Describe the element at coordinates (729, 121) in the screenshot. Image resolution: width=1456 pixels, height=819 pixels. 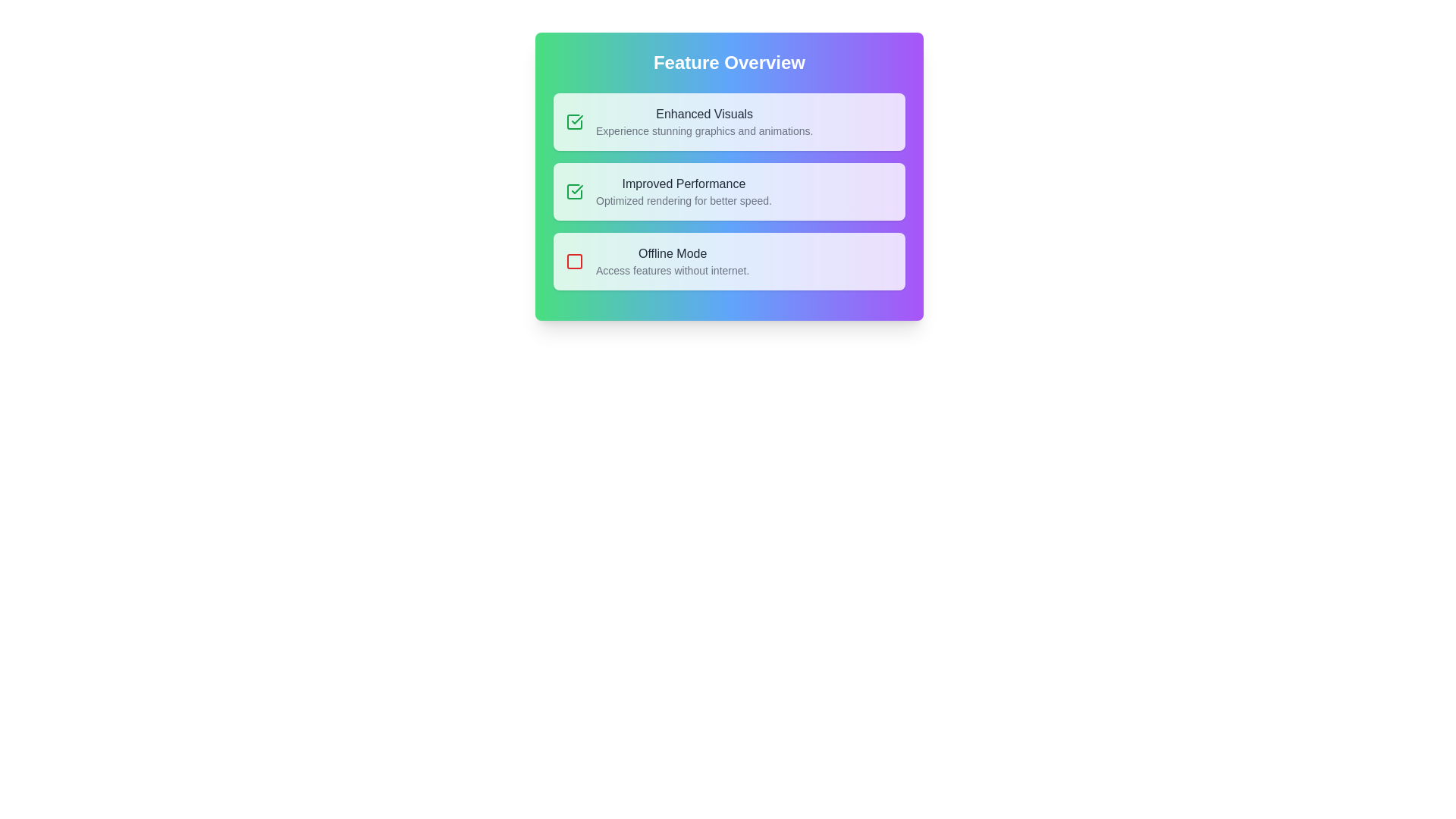
I see `the feature item titled 'Enhanced Visuals' to inspect its details` at that location.